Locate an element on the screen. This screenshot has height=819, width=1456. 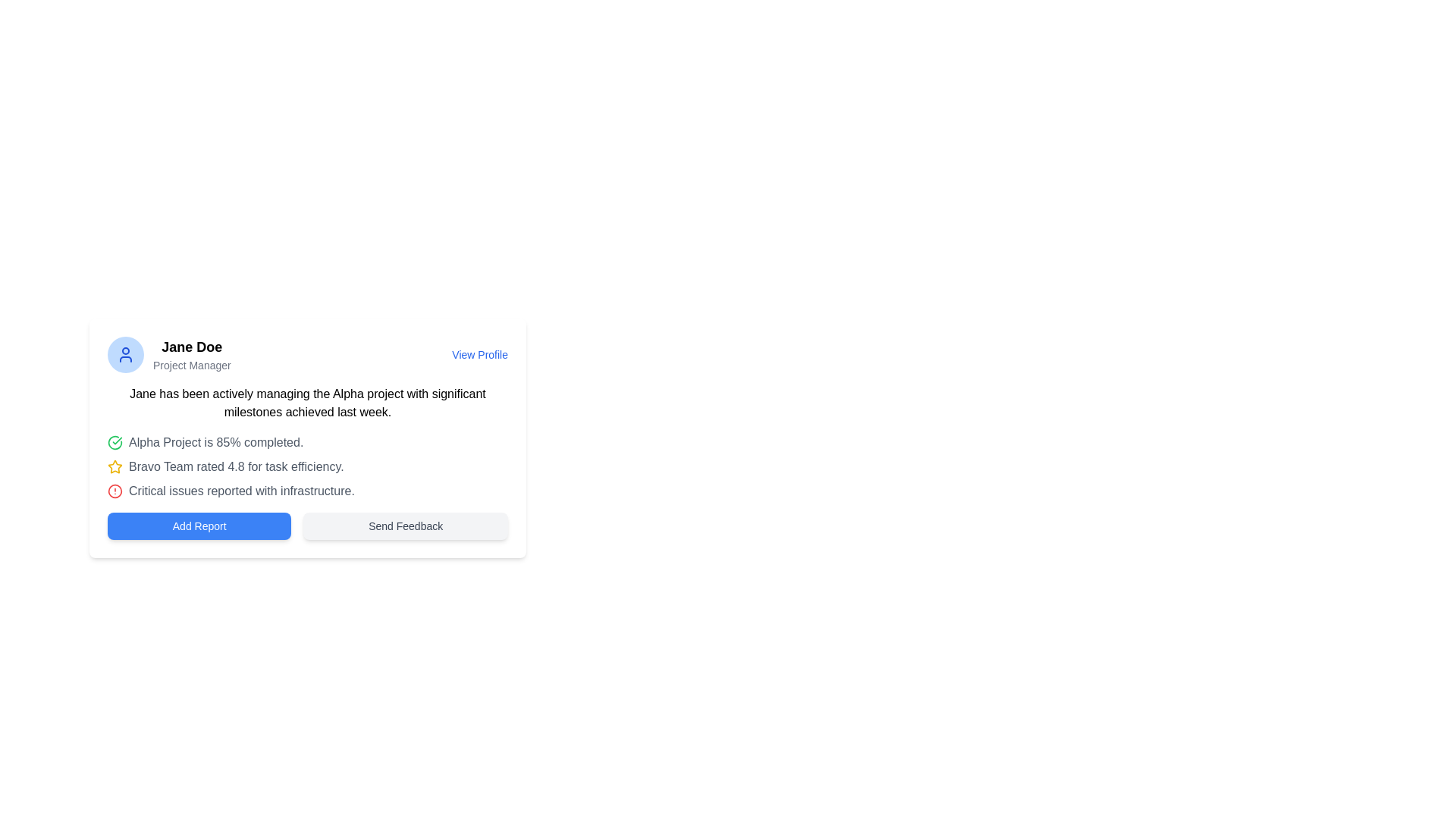
information from the informative row that indicates the rating of 'Bravo Team' with a task efficiency score of 4.8, which is the second item in the vertical list of informational items is located at coordinates (307, 466).